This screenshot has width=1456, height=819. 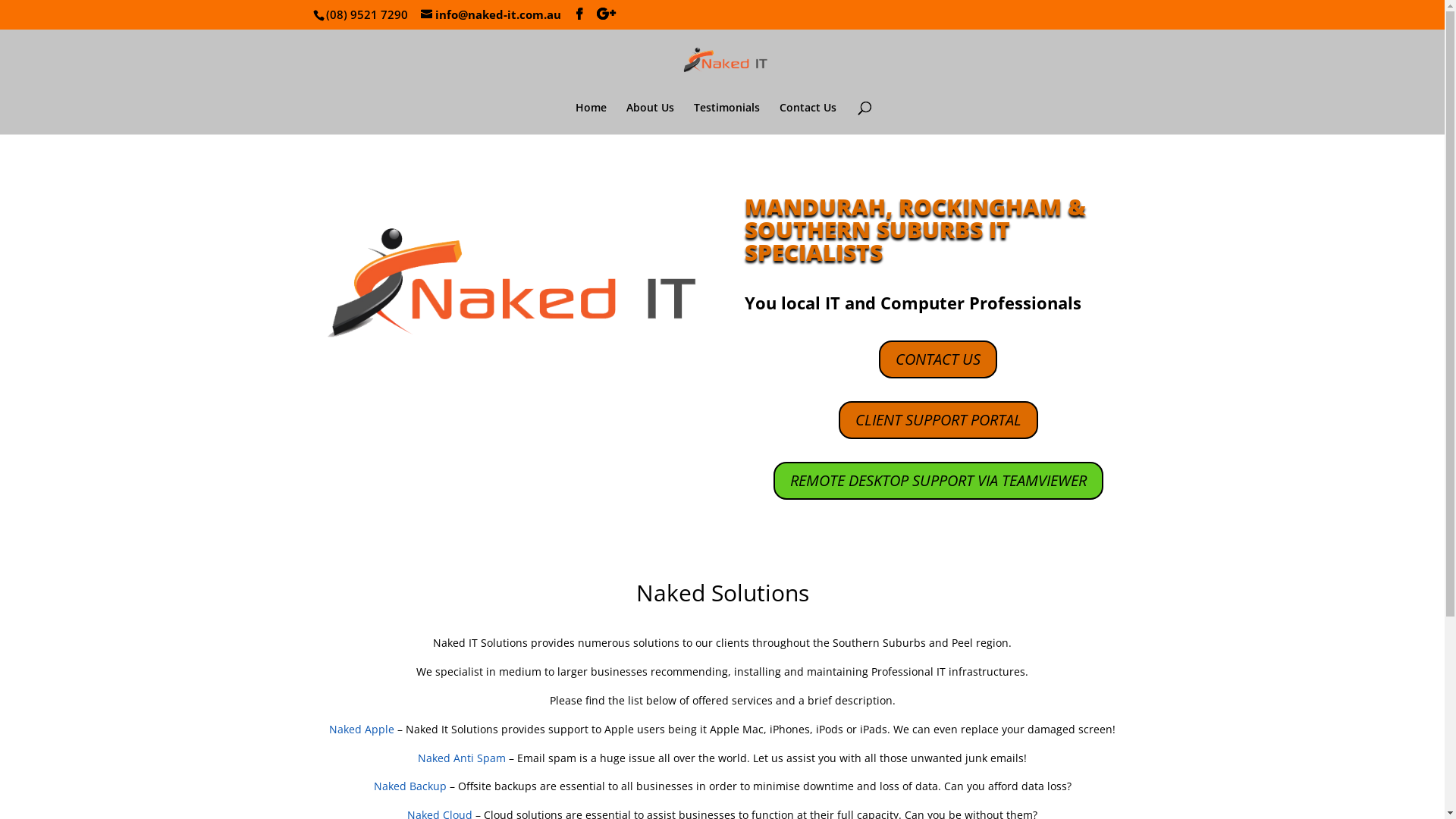 I want to click on 'Testimonials', so click(x=725, y=117).